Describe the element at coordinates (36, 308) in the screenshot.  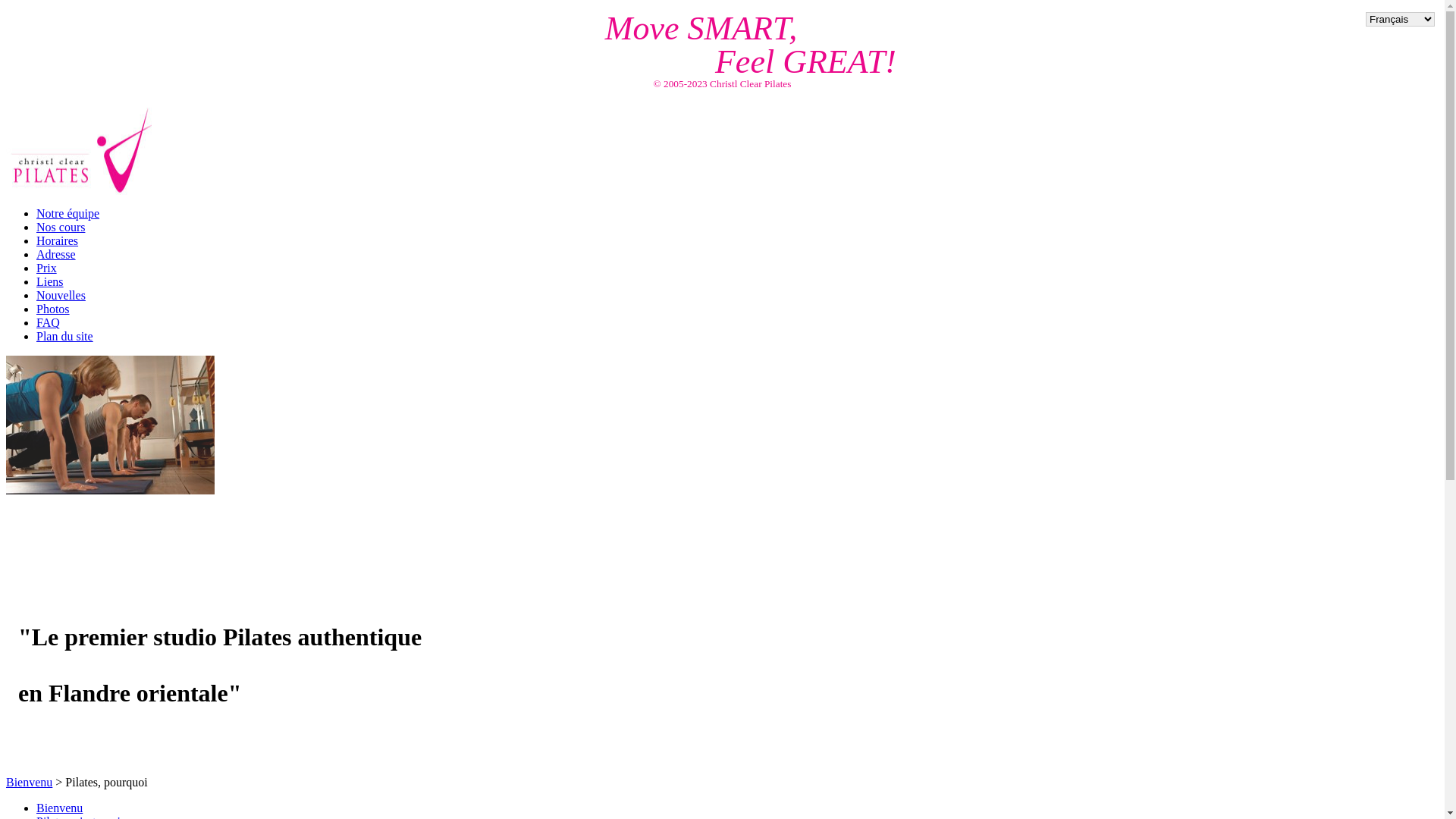
I see `'Photos'` at that location.